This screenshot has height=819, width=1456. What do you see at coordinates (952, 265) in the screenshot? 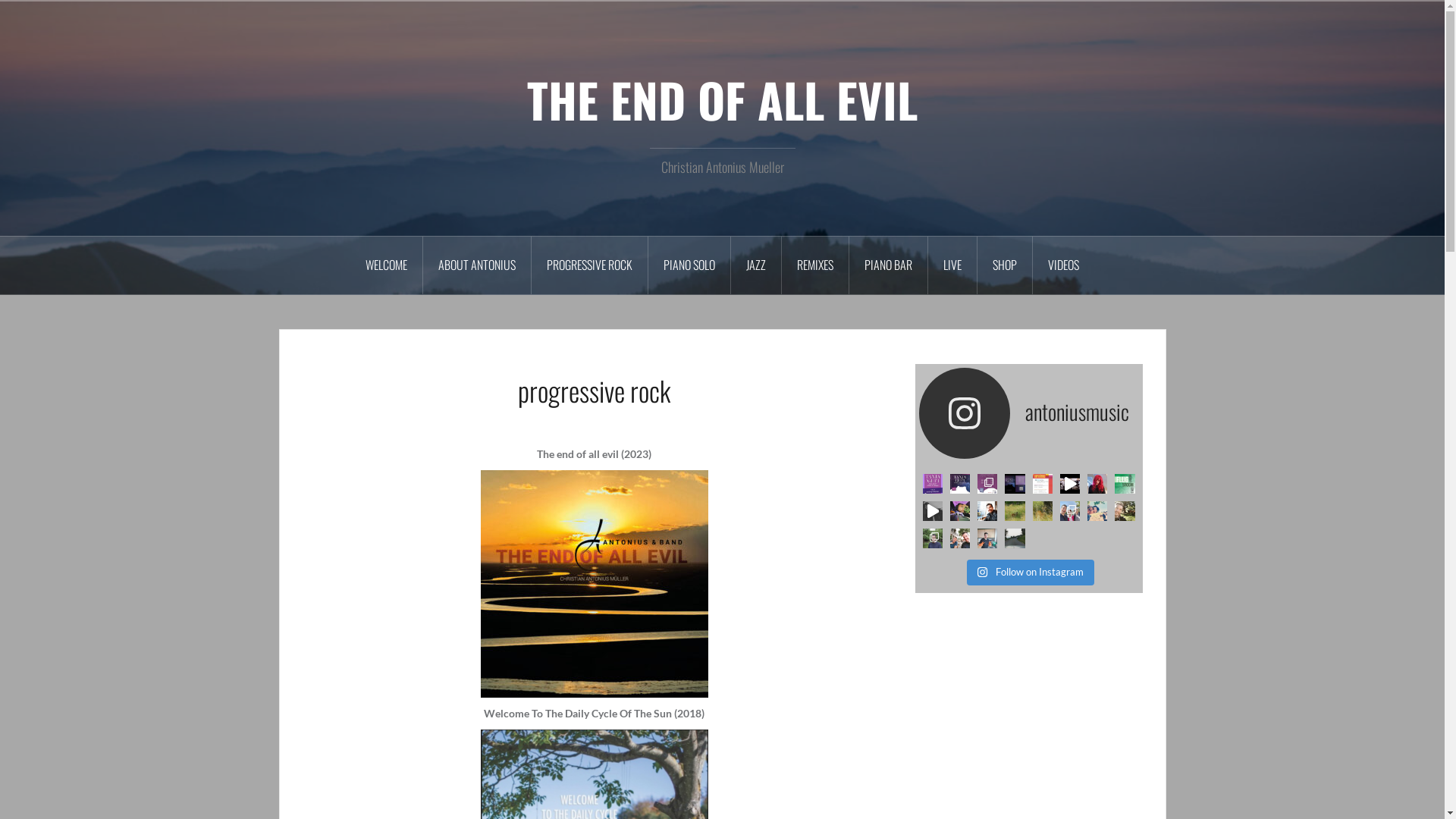
I see `'LIVE'` at bounding box center [952, 265].